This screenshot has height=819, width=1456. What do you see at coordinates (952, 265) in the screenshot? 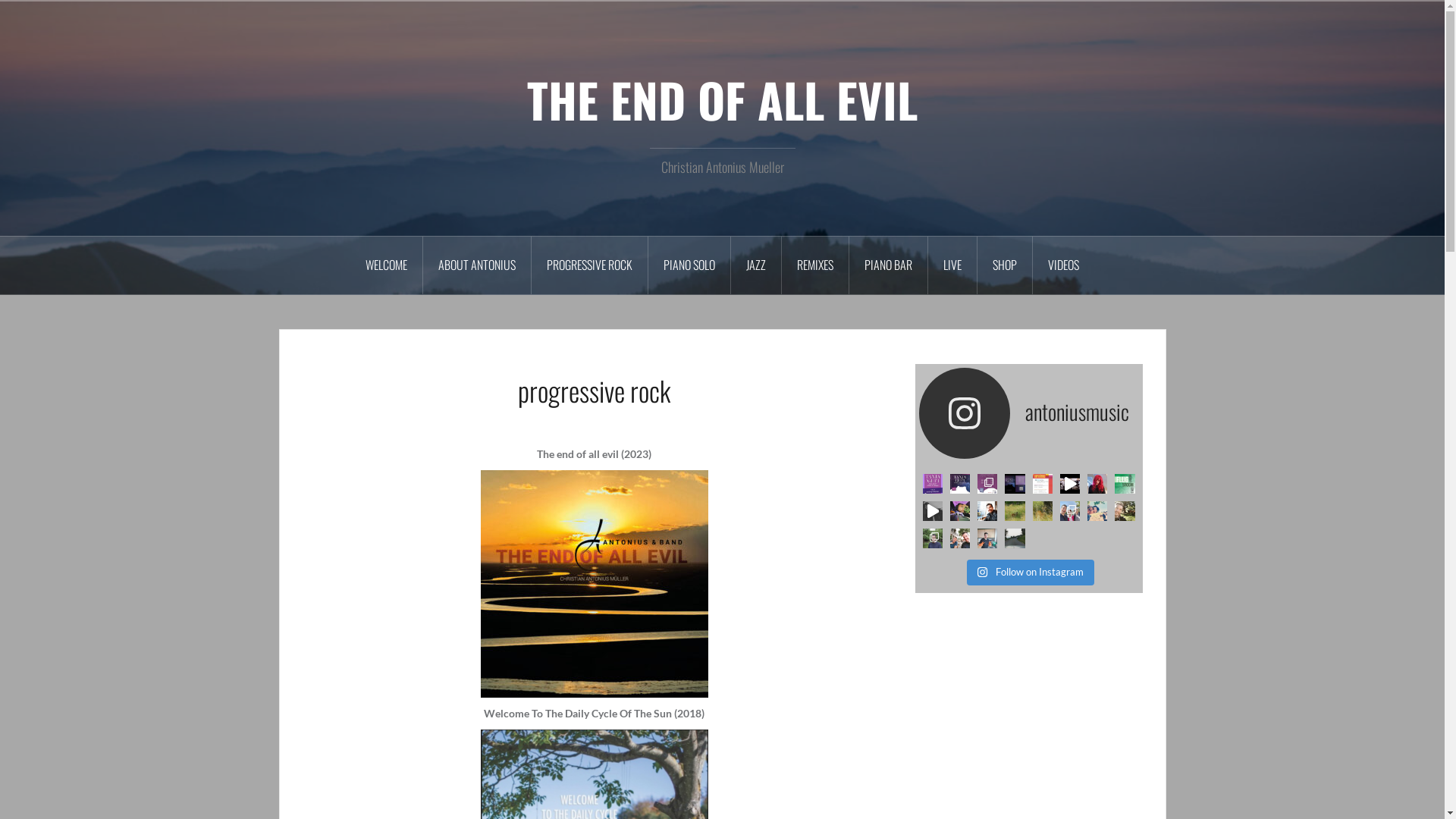
I see `'LIVE'` at bounding box center [952, 265].